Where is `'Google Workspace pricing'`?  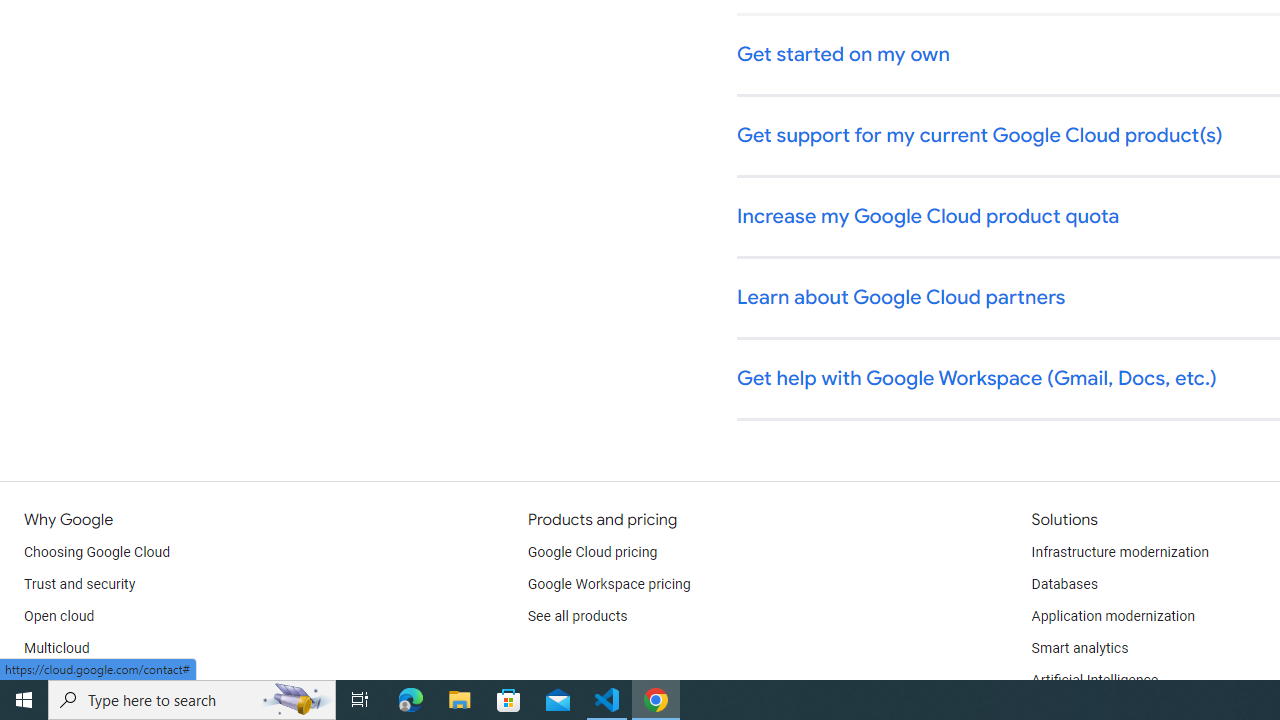 'Google Workspace pricing' is located at coordinates (608, 585).